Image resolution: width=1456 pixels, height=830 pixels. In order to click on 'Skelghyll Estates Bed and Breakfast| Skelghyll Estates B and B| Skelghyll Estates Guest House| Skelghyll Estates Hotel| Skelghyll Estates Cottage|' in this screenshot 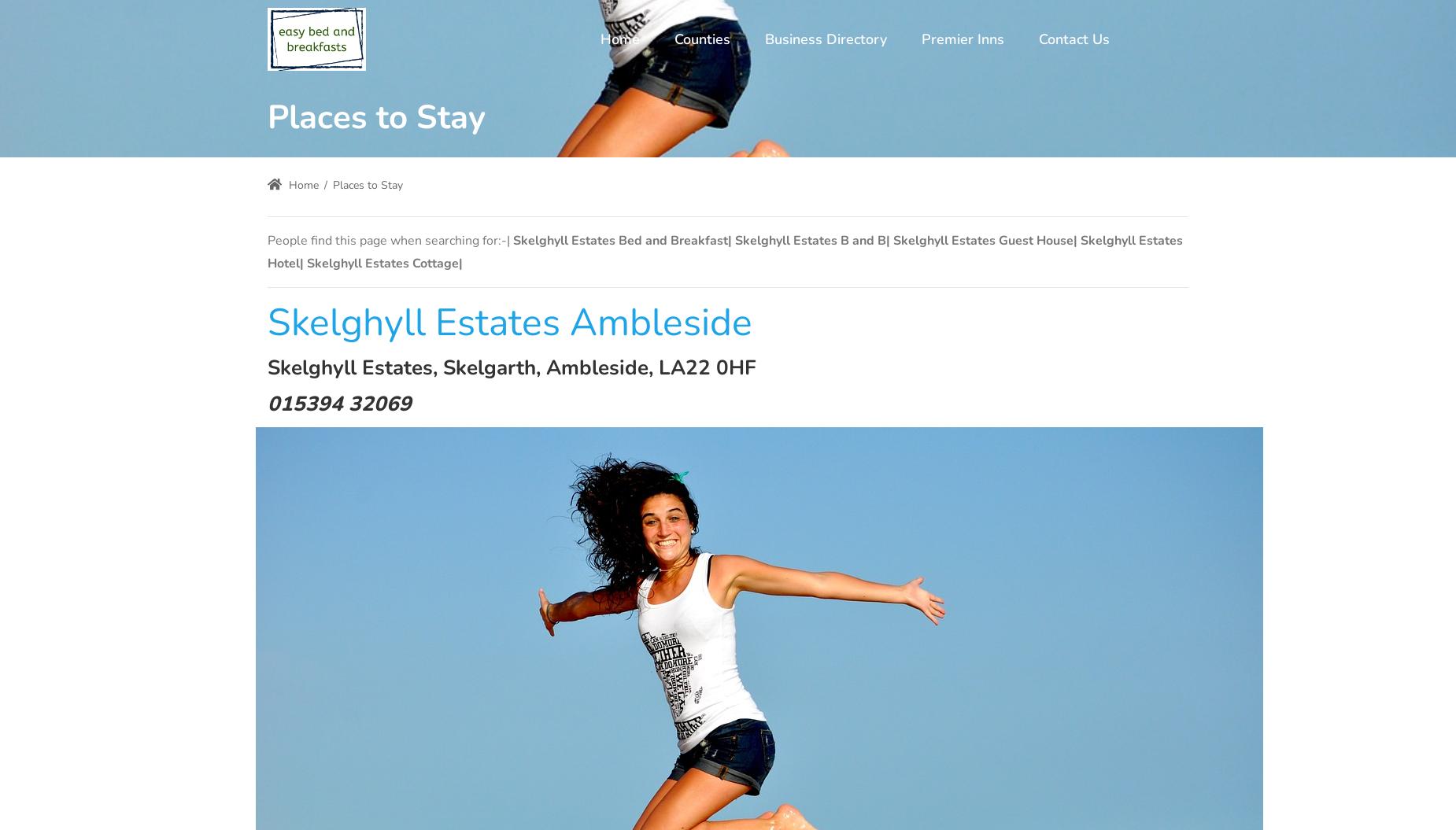, I will do `click(267, 250)`.